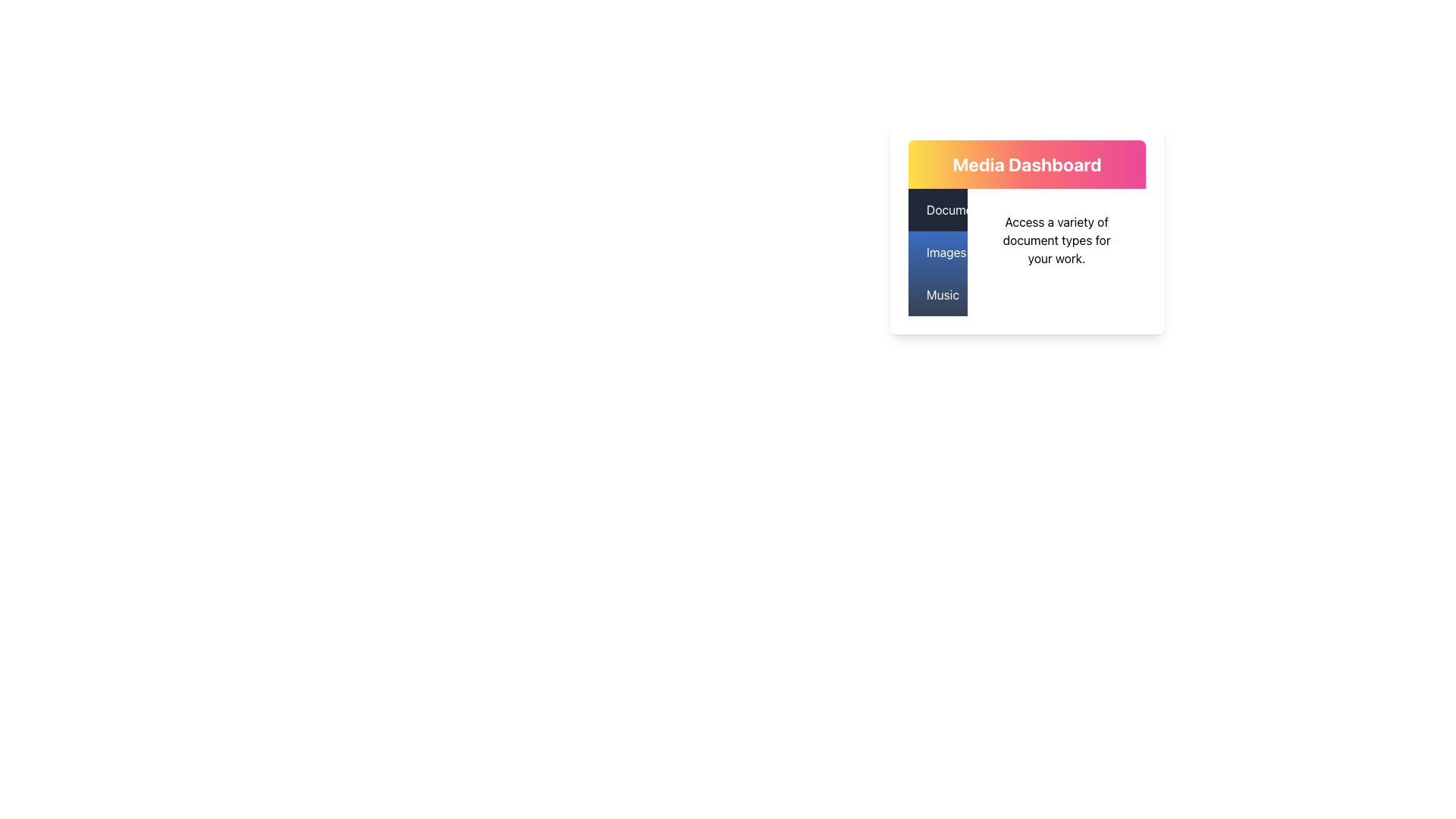 This screenshot has height=819, width=1456. What do you see at coordinates (937, 251) in the screenshot?
I see `the 'Images' menu item in the vertical navigation bar, which is the second option in the list, located between 'Documents' and 'Music', to trigger its visual hover state` at bounding box center [937, 251].